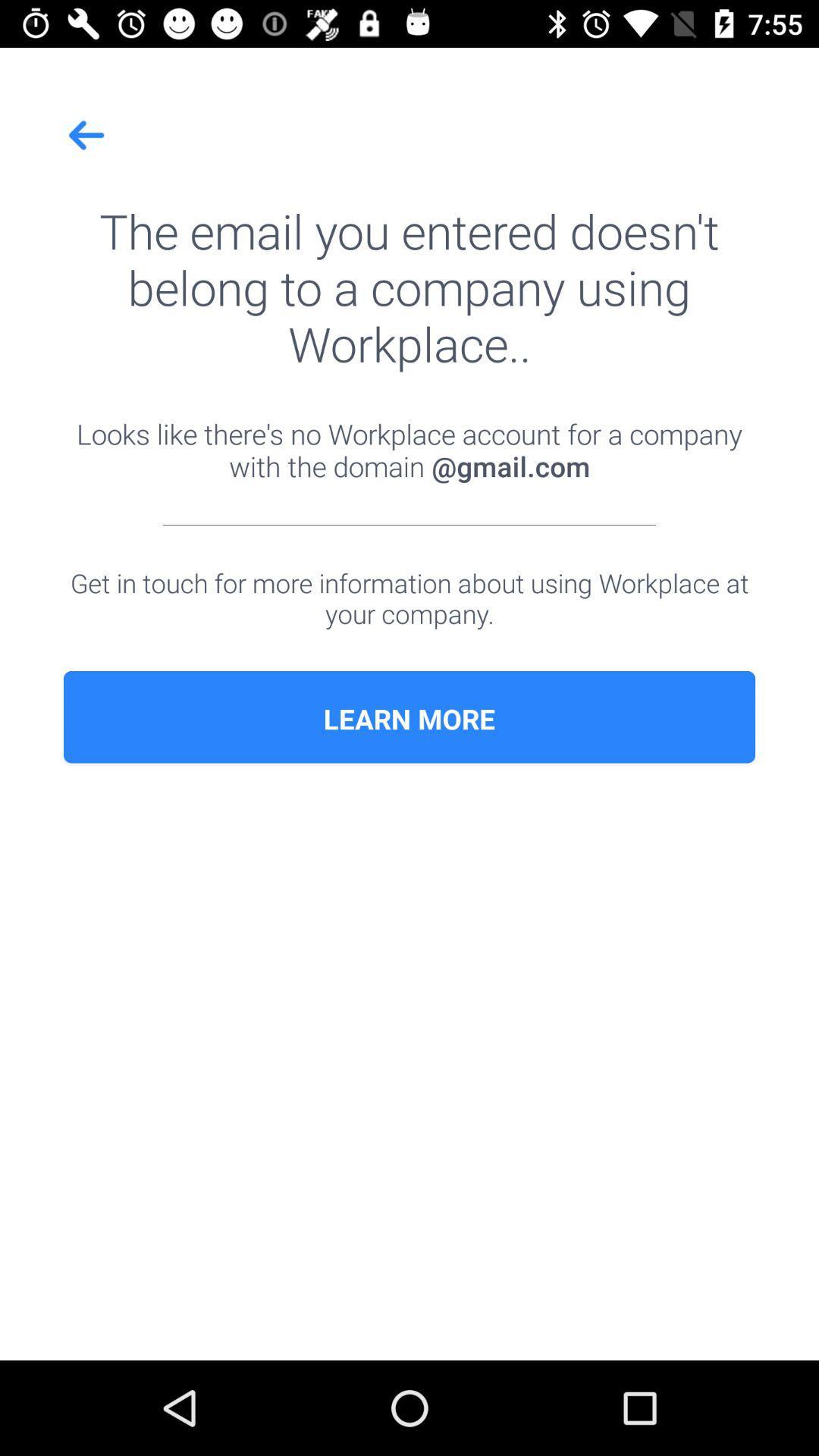  I want to click on icon at the top left corner, so click(87, 135).